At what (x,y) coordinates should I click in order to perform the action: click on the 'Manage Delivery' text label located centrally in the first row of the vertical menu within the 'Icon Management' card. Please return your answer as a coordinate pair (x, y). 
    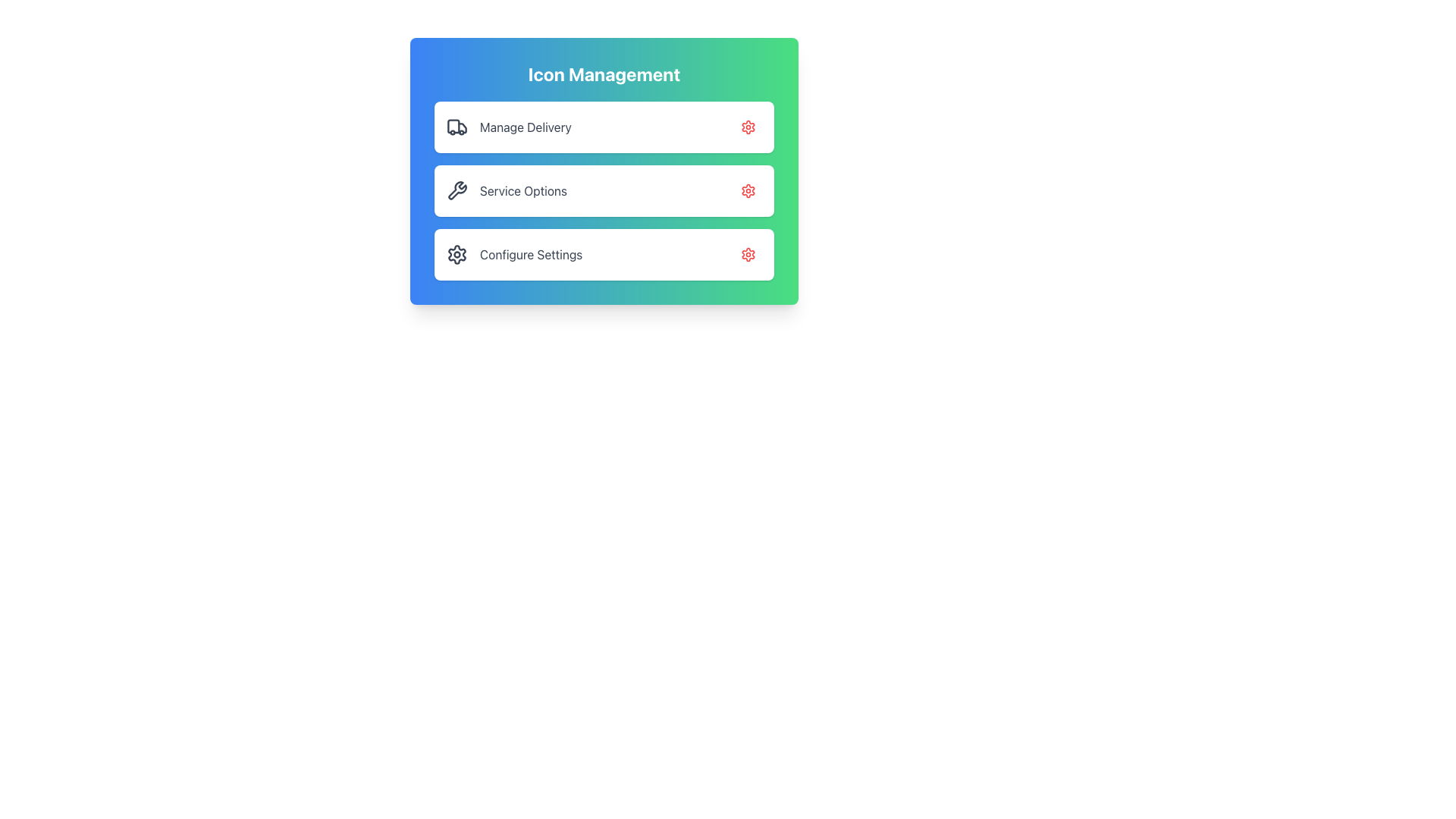
    Looking at the image, I should click on (526, 127).